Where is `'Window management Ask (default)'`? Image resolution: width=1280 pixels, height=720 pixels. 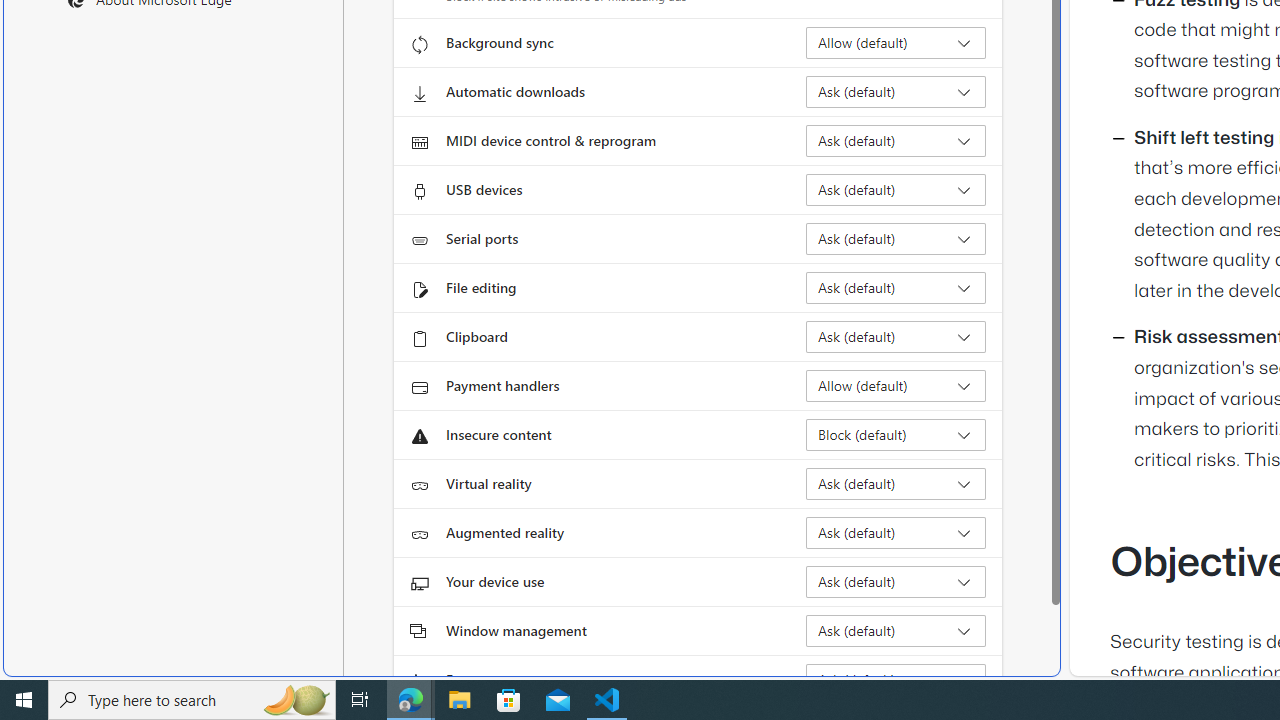
'Window management Ask (default)' is located at coordinates (895, 631).